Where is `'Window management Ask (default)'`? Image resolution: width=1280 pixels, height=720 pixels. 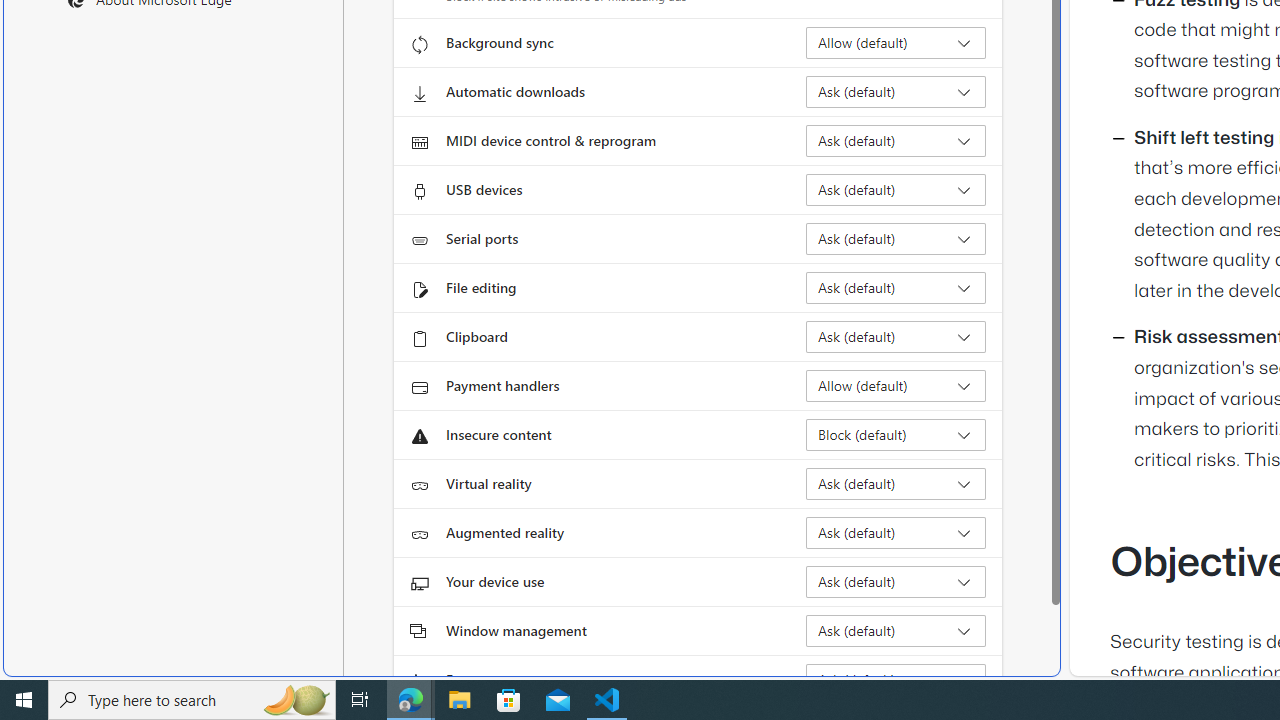
'Window management Ask (default)' is located at coordinates (895, 631).